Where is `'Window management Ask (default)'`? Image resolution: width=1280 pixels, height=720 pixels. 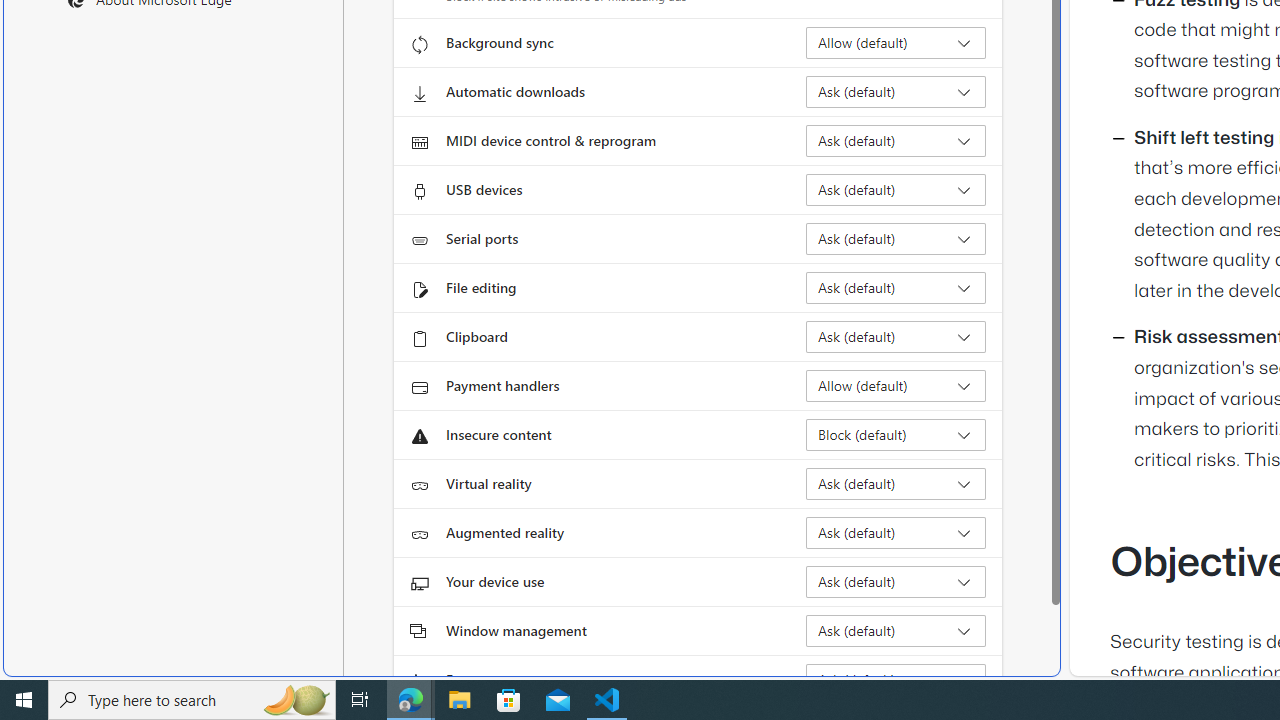
'Window management Ask (default)' is located at coordinates (895, 631).